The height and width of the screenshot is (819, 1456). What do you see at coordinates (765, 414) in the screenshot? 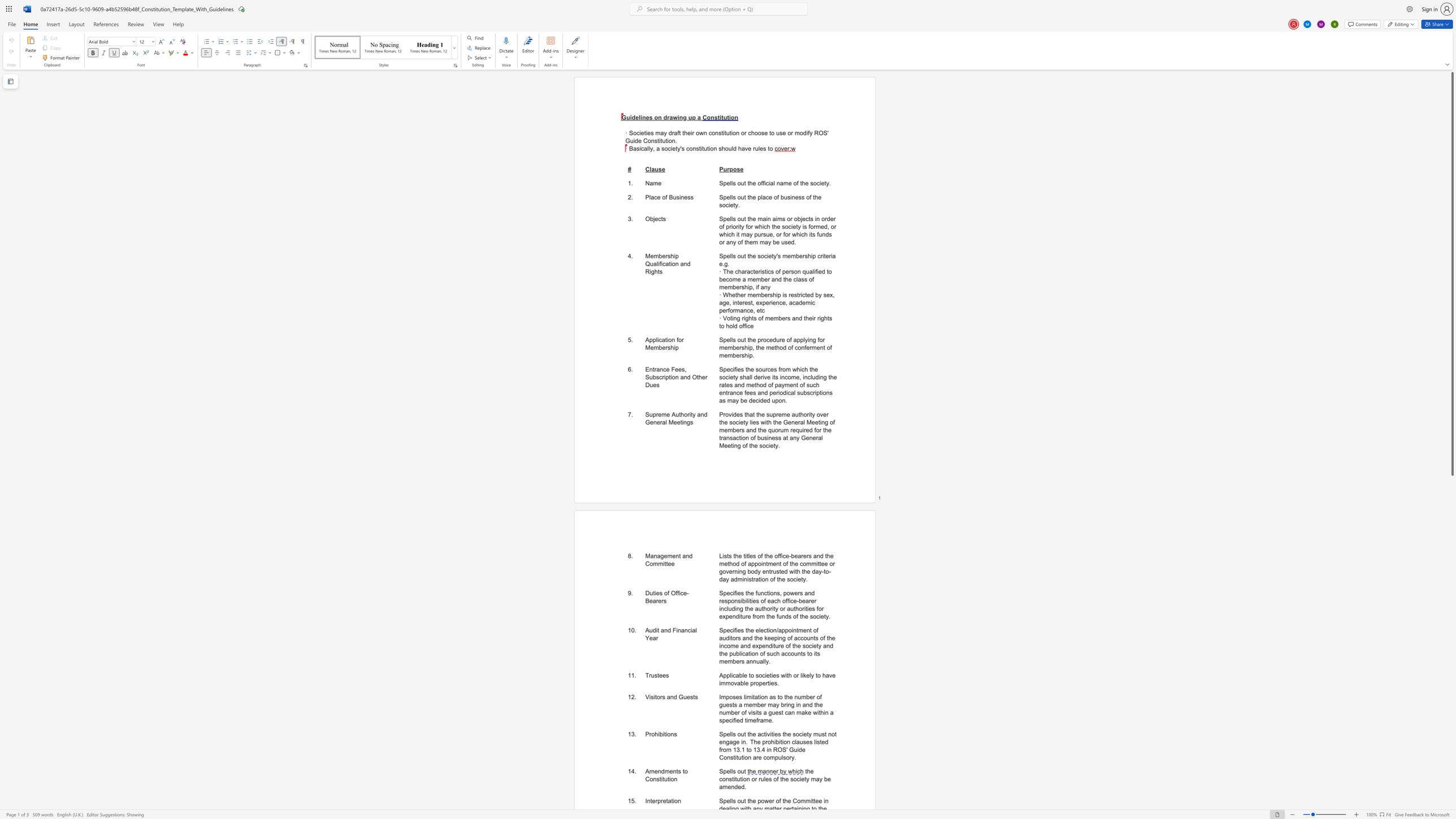
I see `the subset text "supreme authority over the society lies with the General Meeting of members and the quoru" within the text "Provides that the supreme authority over the society lies with the General Meeting of members and the quorum"` at bounding box center [765, 414].